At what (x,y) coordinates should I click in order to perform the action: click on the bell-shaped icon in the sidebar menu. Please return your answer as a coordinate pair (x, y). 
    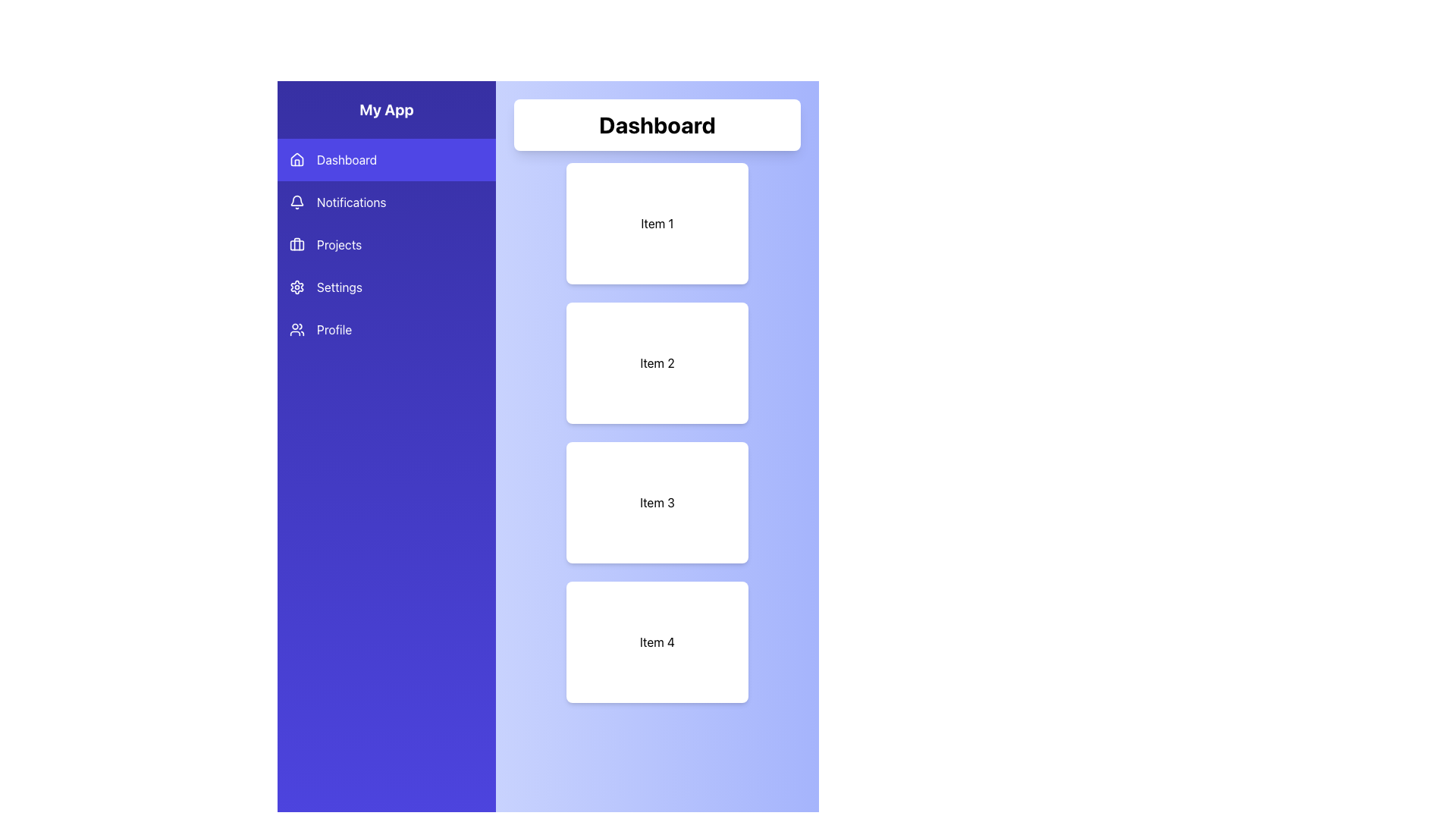
    Looking at the image, I should click on (297, 201).